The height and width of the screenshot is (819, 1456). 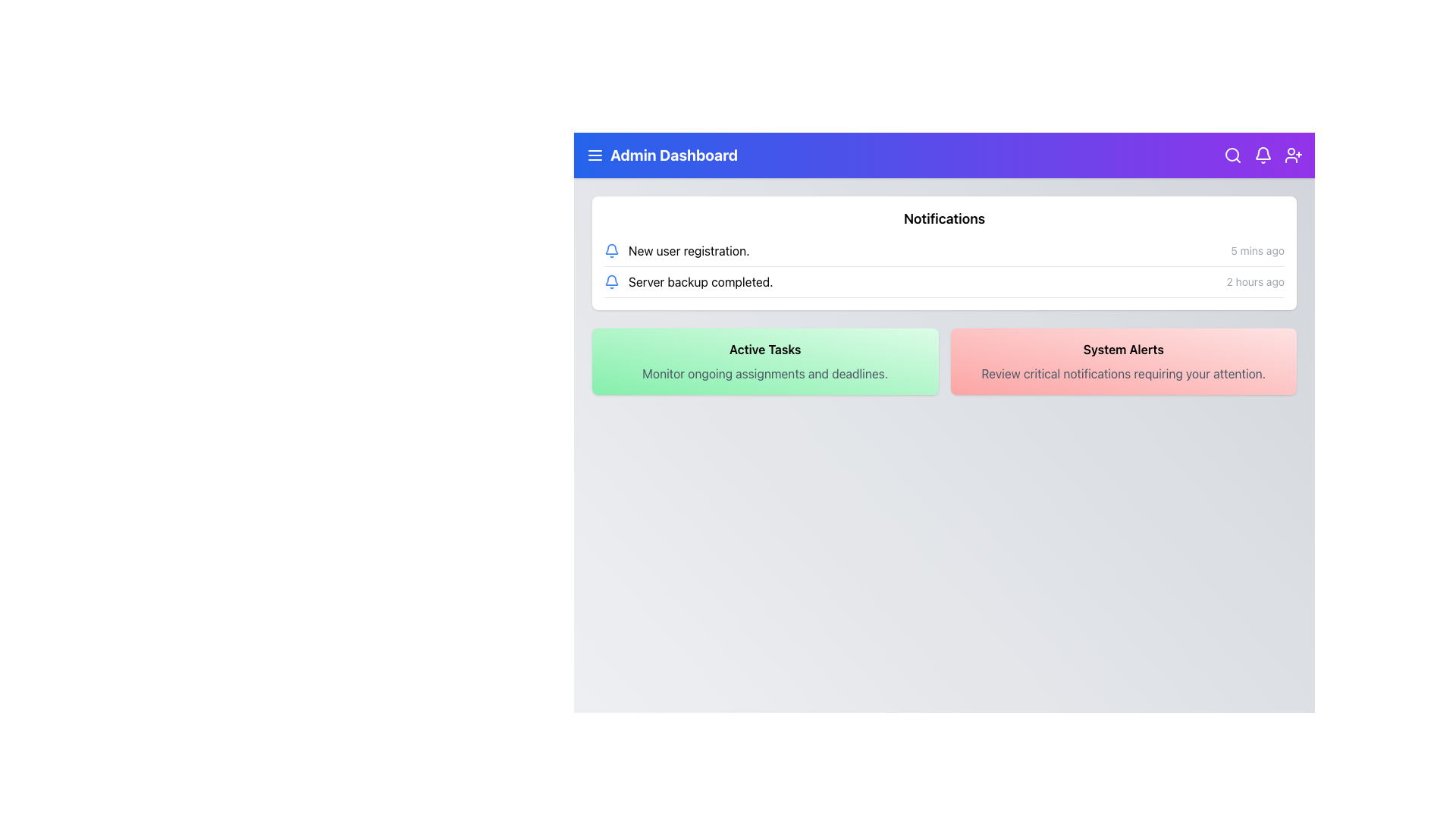 What do you see at coordinates (1255, 281) in the screenshot?
I see `informational text label displaying the relative time since an event occurred, located to the far right of the 'Server backup completed.' notification` at bounding box center [1255, 281].